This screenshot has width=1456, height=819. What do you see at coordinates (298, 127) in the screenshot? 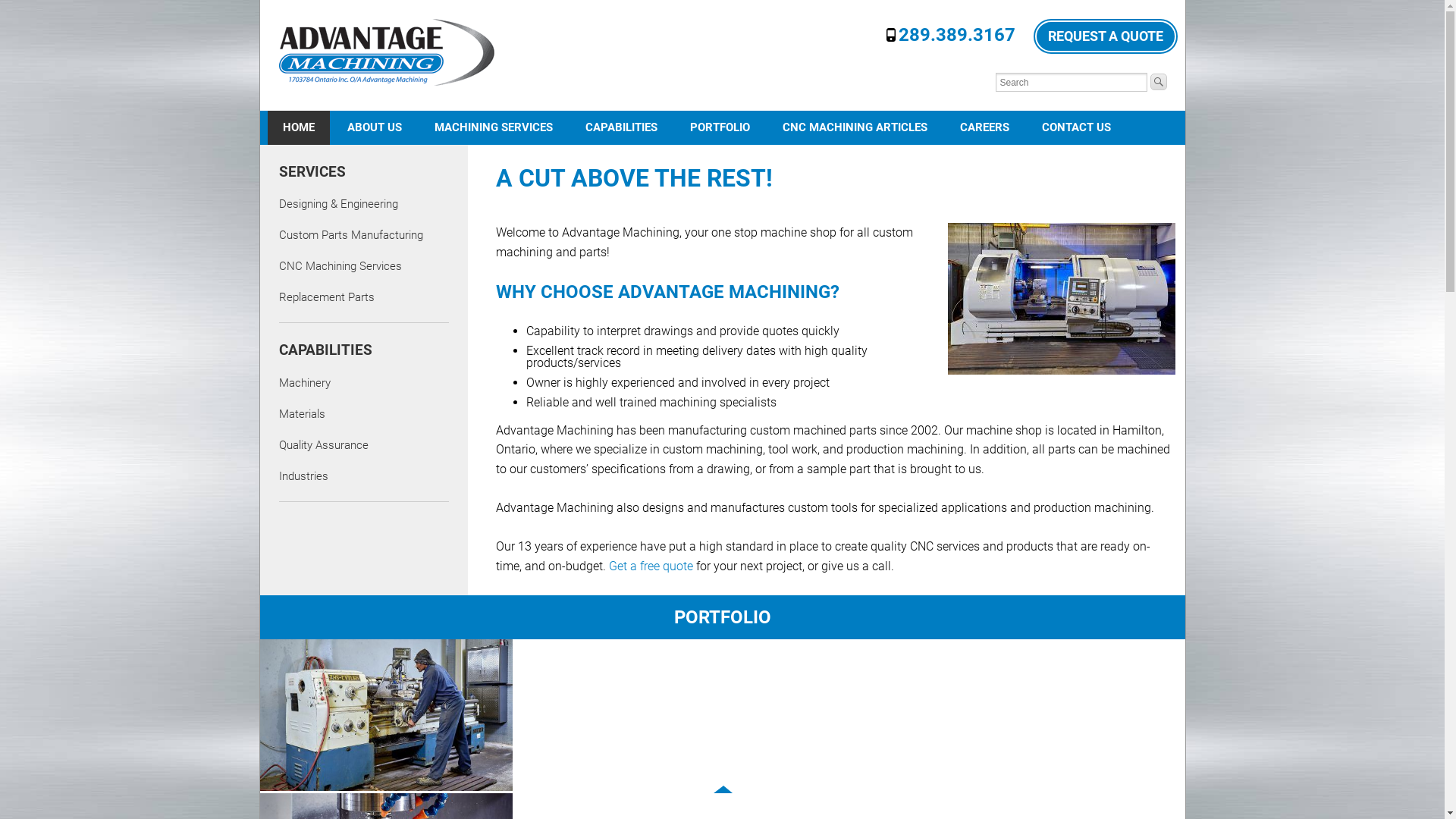
I see `'HOME'` at bounding box center [298, 127].